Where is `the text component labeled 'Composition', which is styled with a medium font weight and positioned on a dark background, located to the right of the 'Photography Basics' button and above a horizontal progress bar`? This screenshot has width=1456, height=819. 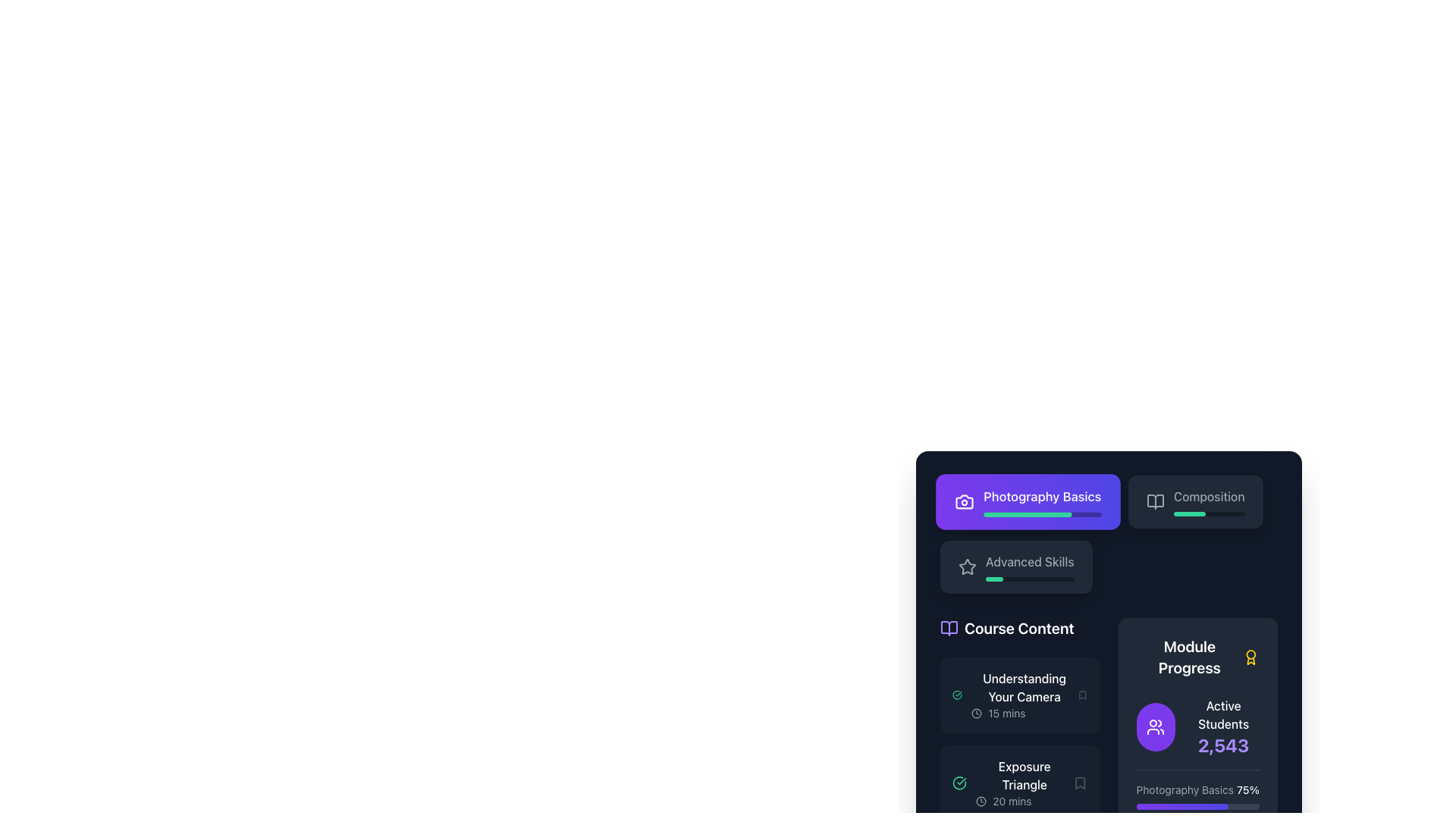
the text component labeled 'Composition', which is styled with a medium font weight and positioned on a dark background, located to the right of the 'Photography Basics' button and above a horizontal progress bar is located at coordinates (1208, 497).